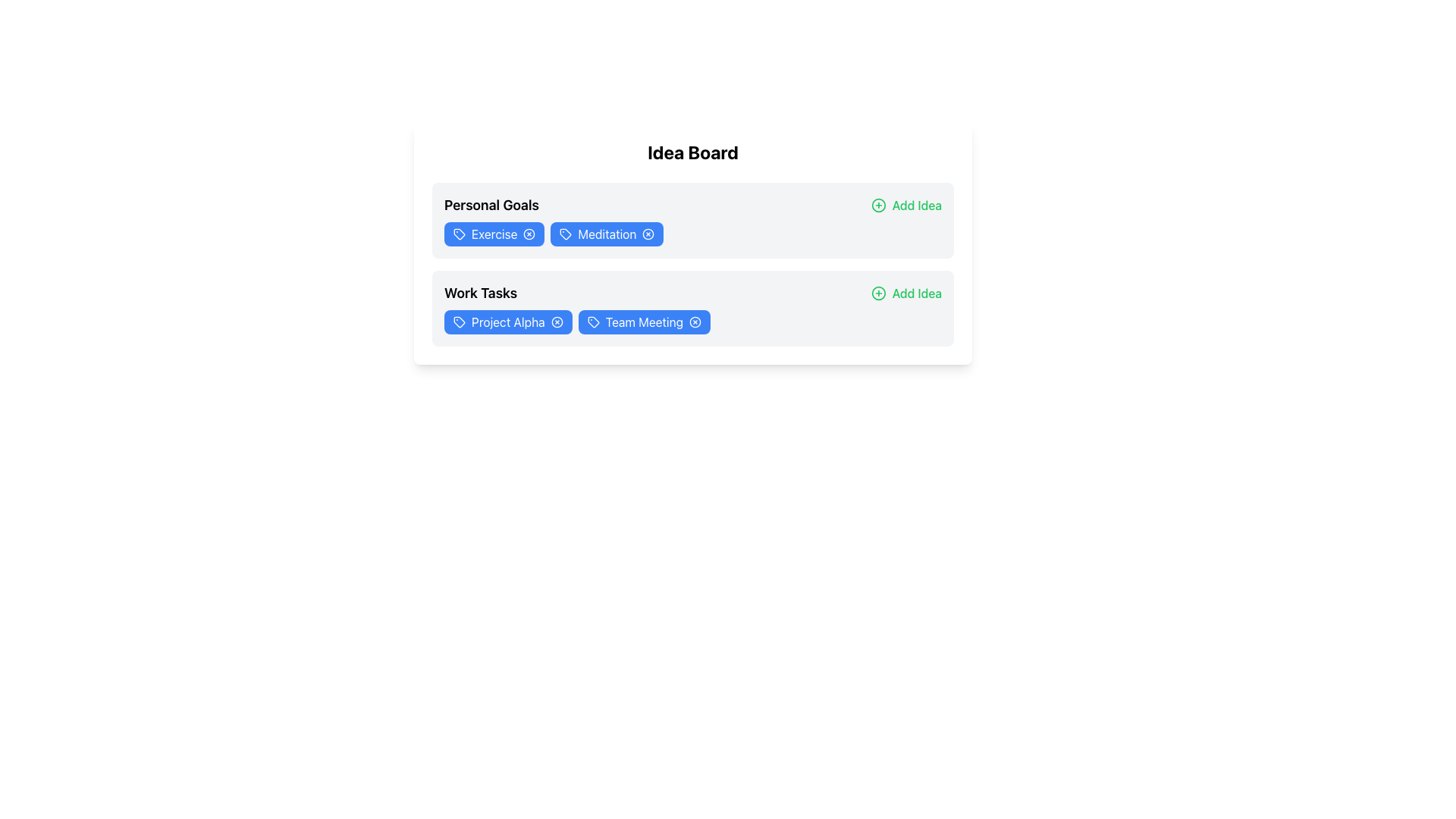 The width and height of the screenshot is (1456, 819). I want to click on the decorative circular shape within the close button of the 'Team Meeting' tag in the 'Work Tasks' section, so click(695, 321).